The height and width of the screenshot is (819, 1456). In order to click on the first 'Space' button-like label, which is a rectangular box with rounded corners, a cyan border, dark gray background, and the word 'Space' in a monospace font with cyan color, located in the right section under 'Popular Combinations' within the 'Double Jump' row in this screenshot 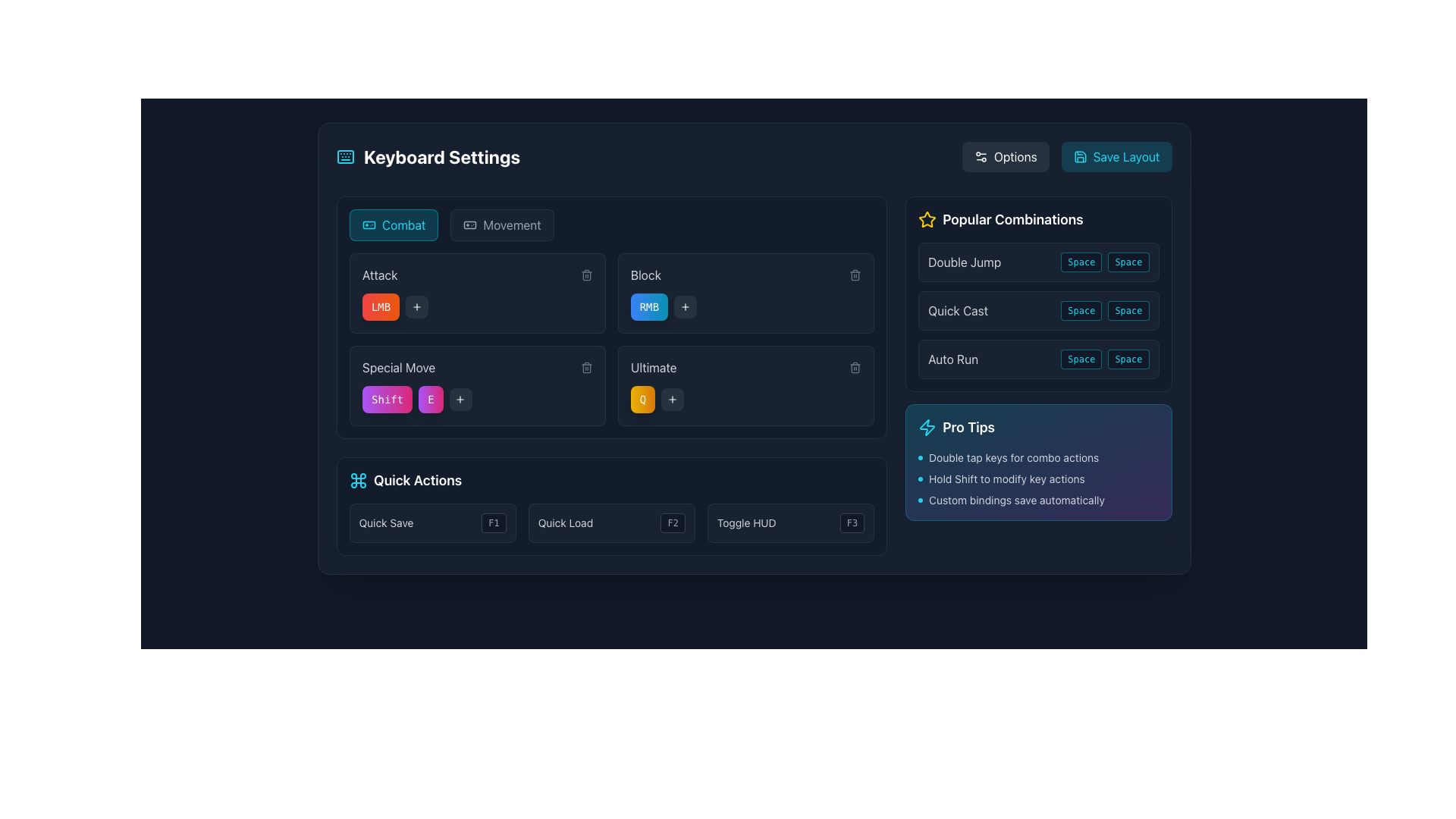, I will do `click(1081, 262)`.